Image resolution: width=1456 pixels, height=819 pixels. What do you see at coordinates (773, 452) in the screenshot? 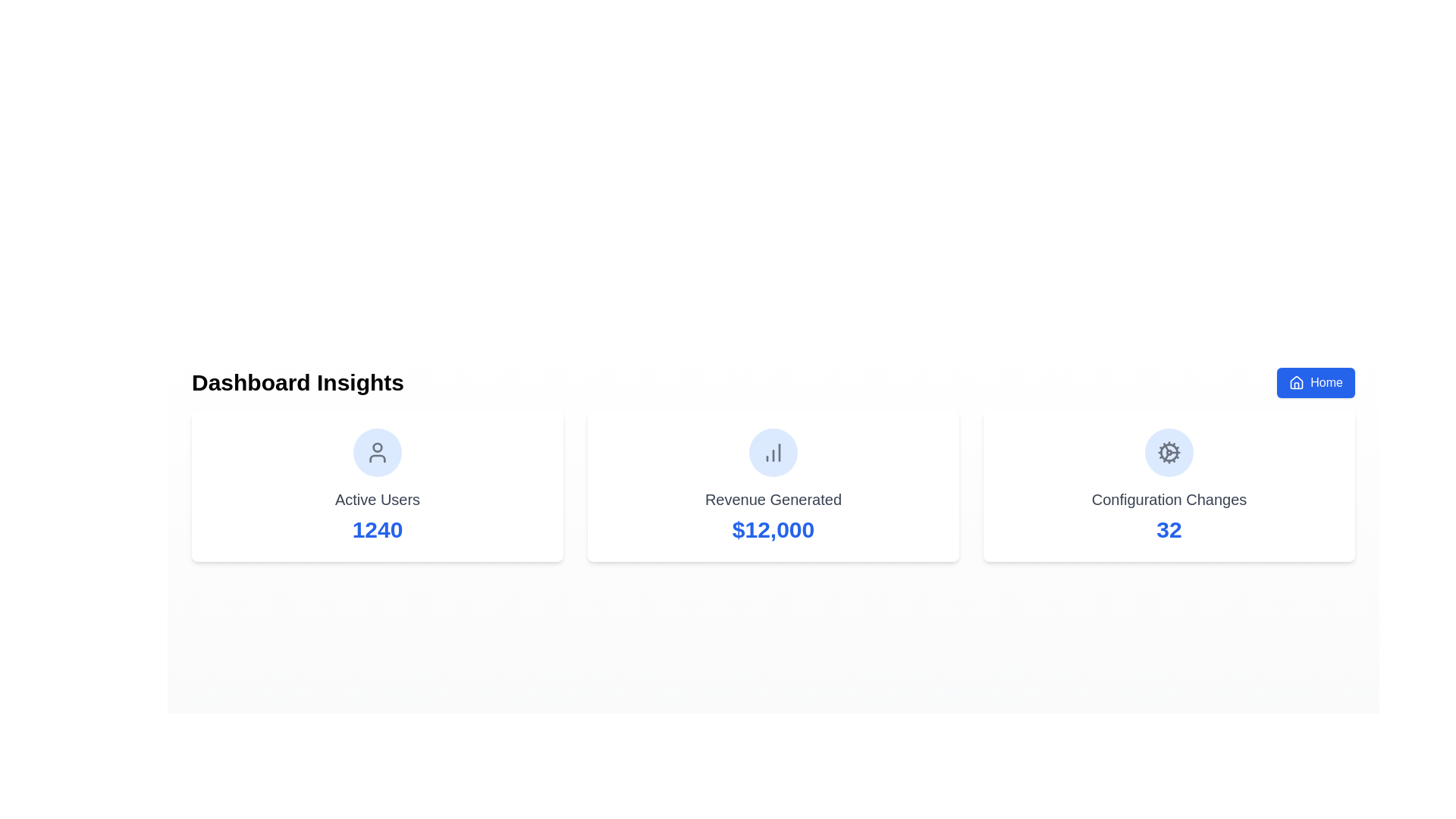
I see `the circular icon with a light blue background and three gray vertical bars resembling a bar chart, which is centered at the top of the 'Revenue Generated' card` at bounding box center [773, 452].